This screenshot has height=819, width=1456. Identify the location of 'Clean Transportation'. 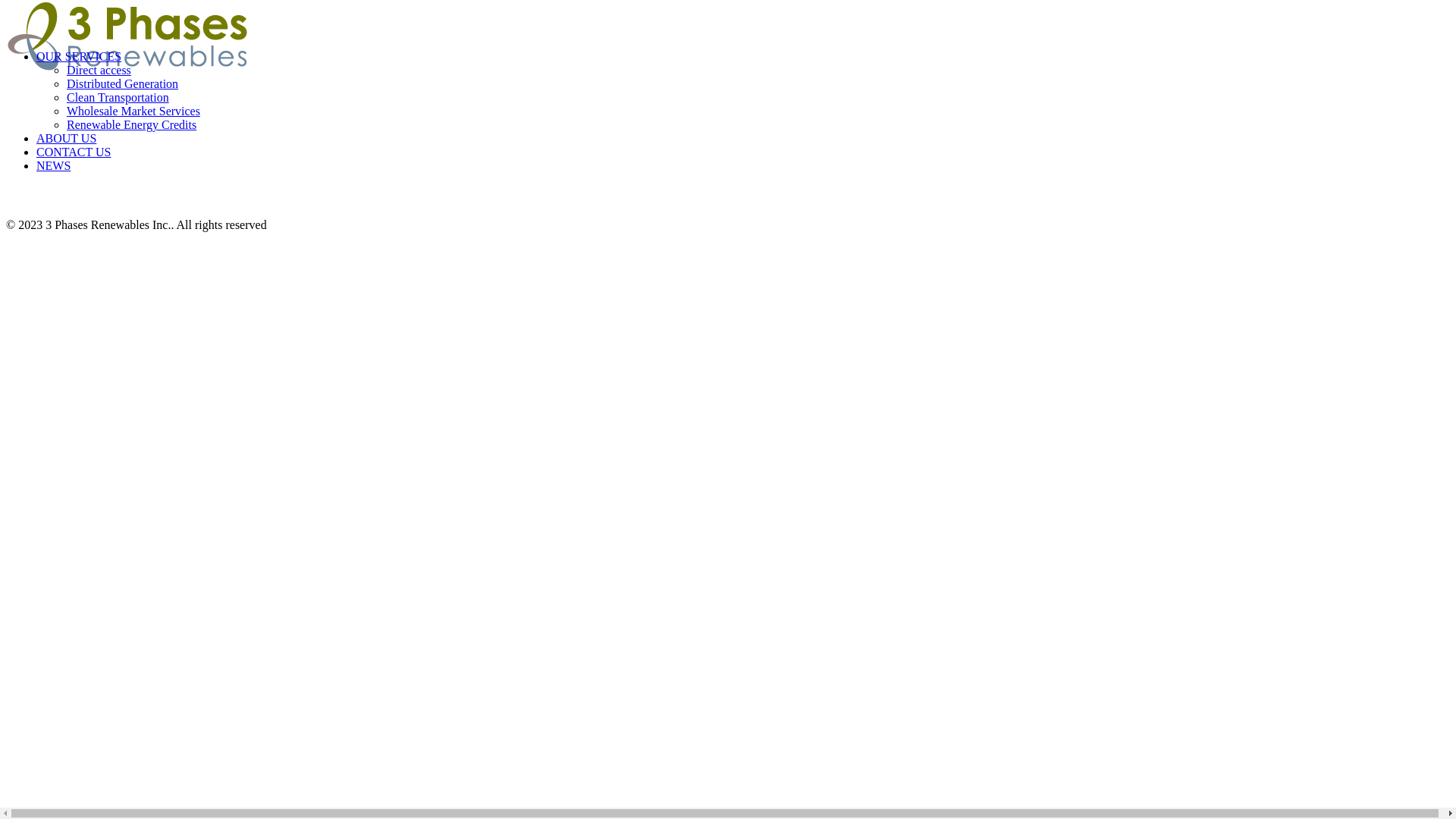
(65, 97).